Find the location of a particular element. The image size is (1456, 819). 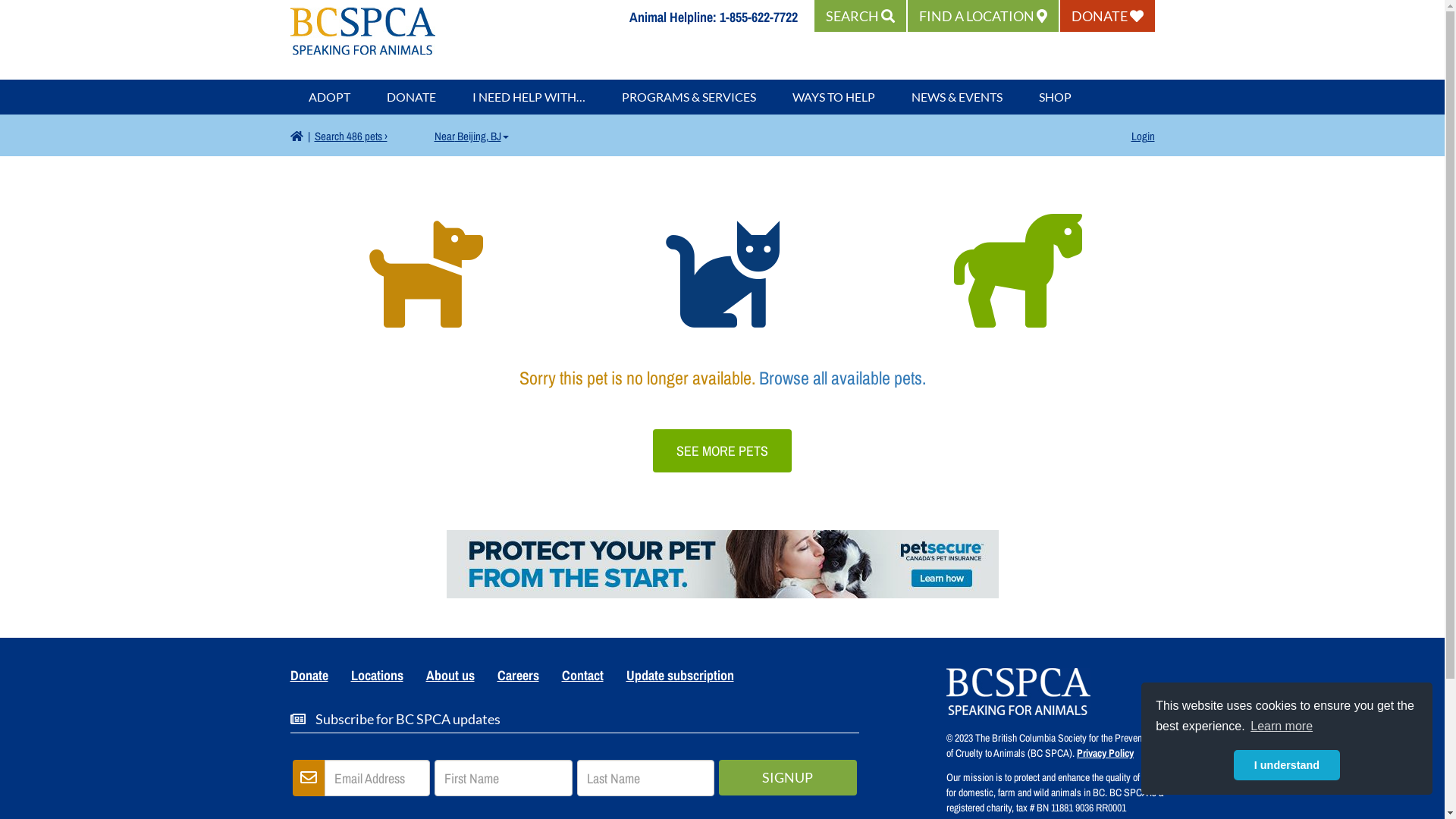

'SIGNUP' is located at coordinates (787, 777).